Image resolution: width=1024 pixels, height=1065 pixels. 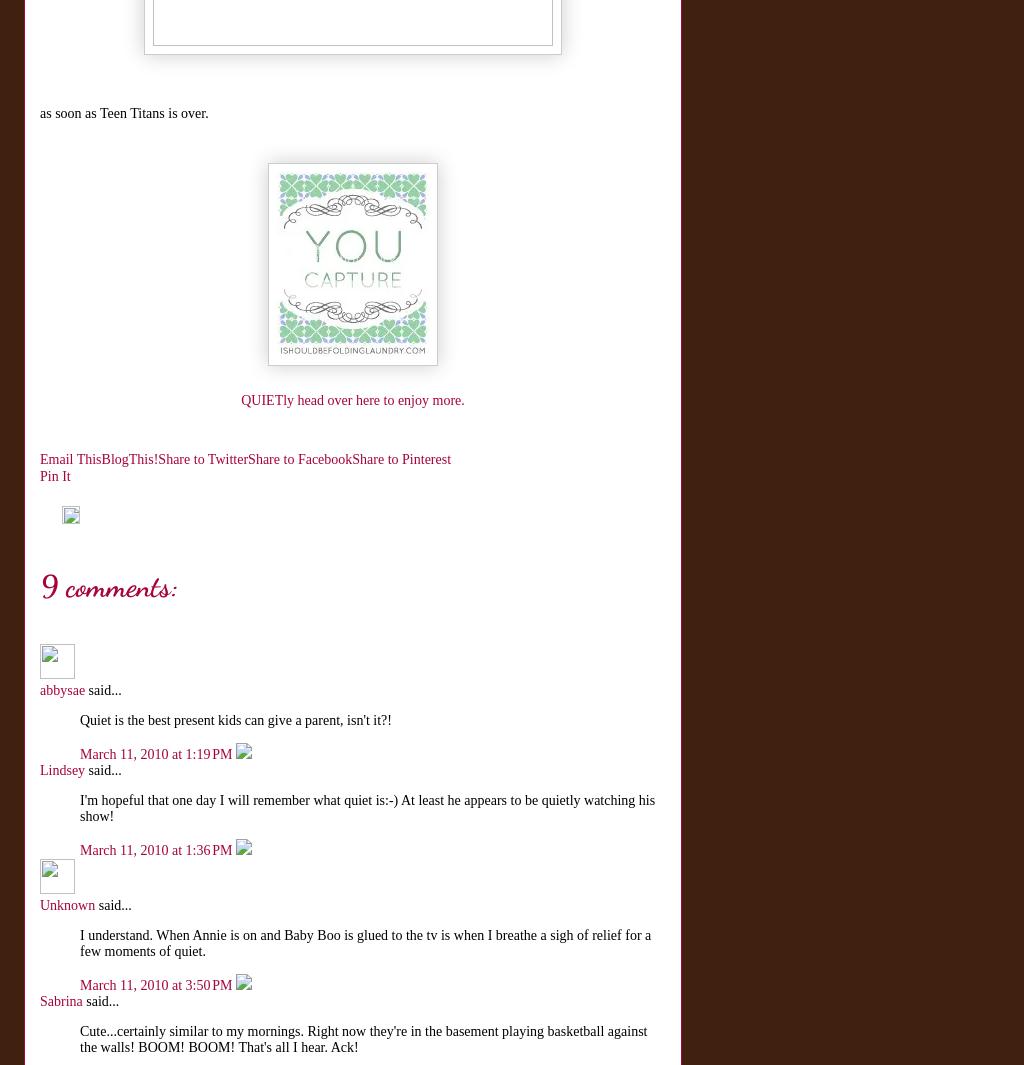 I want to click on 'abbysae', so click(x=61, y=690).